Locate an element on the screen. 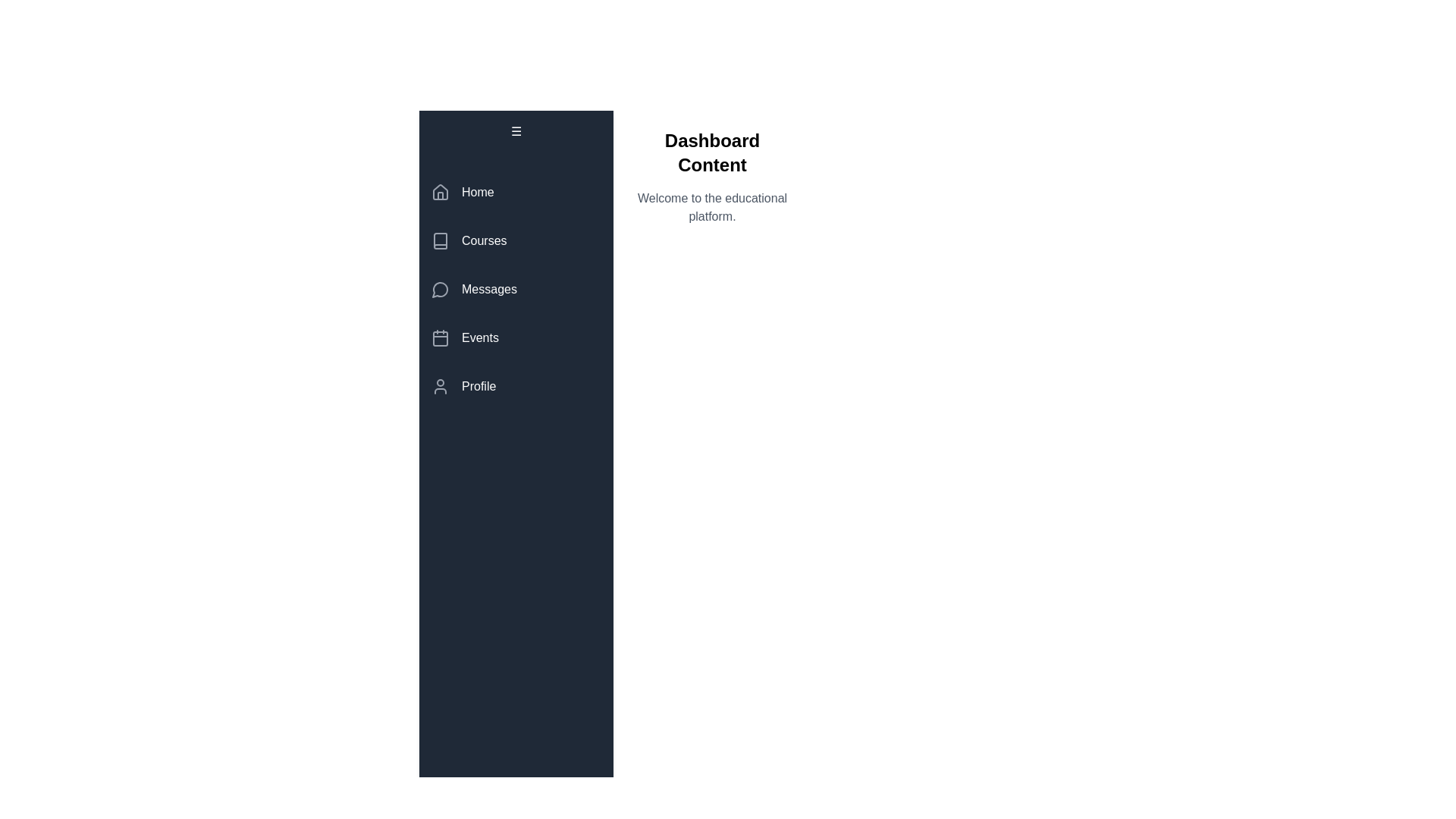  hamburger menu button to toggle the menu state is located at coordinates (516, 130).